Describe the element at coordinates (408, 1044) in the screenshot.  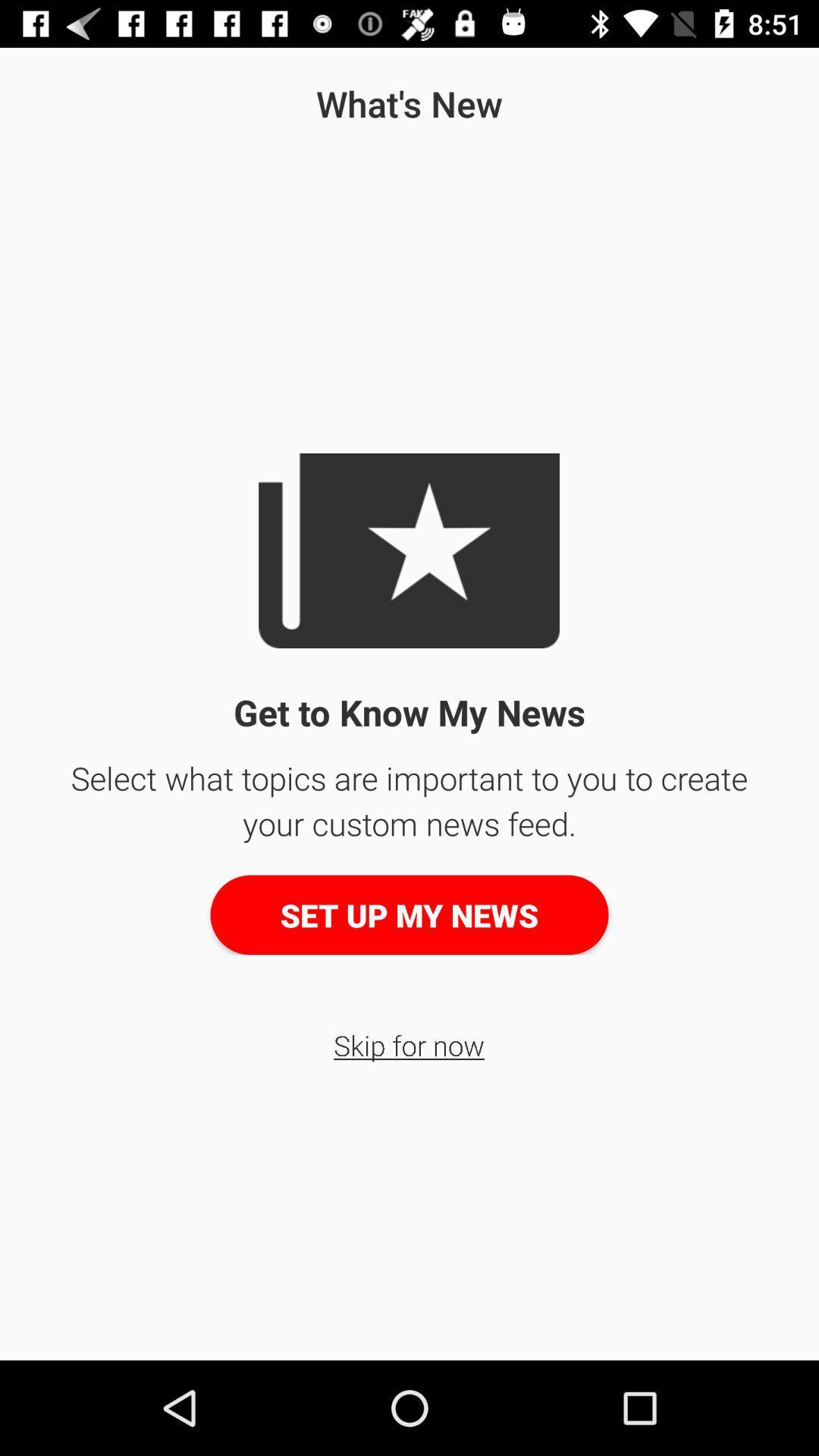
I see `item below the set up my item` at that location.